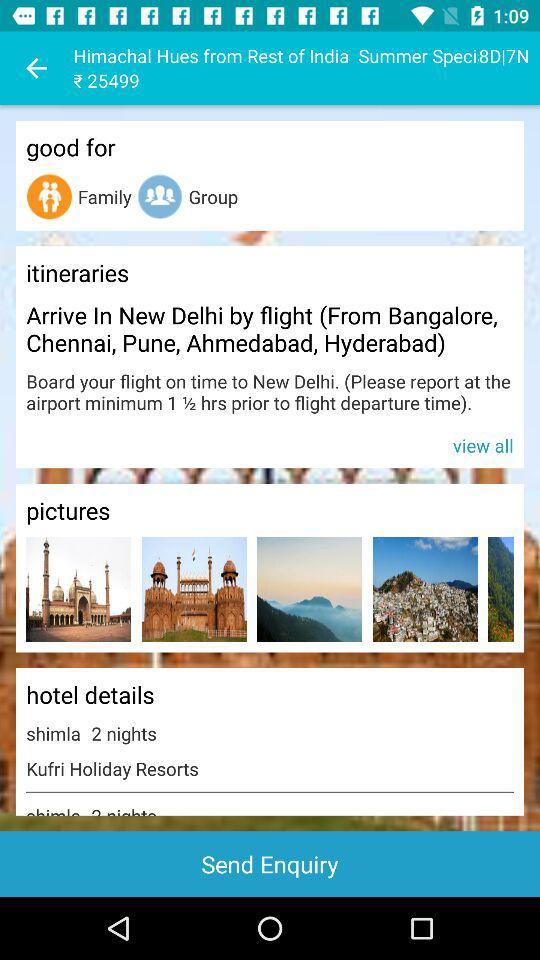  I want to click on app below shimla, so click(270, 863).